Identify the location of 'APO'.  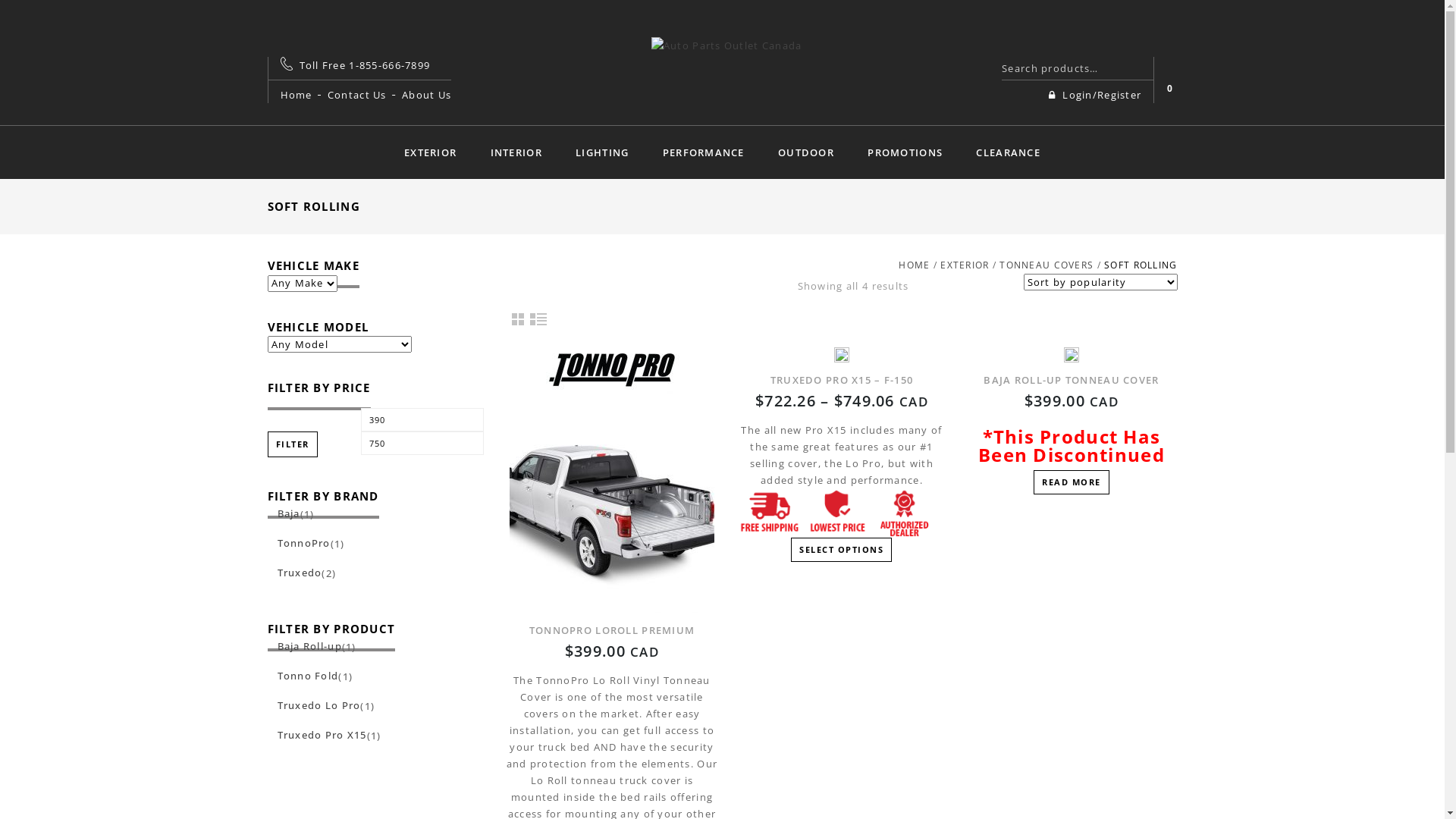
(726, 42).